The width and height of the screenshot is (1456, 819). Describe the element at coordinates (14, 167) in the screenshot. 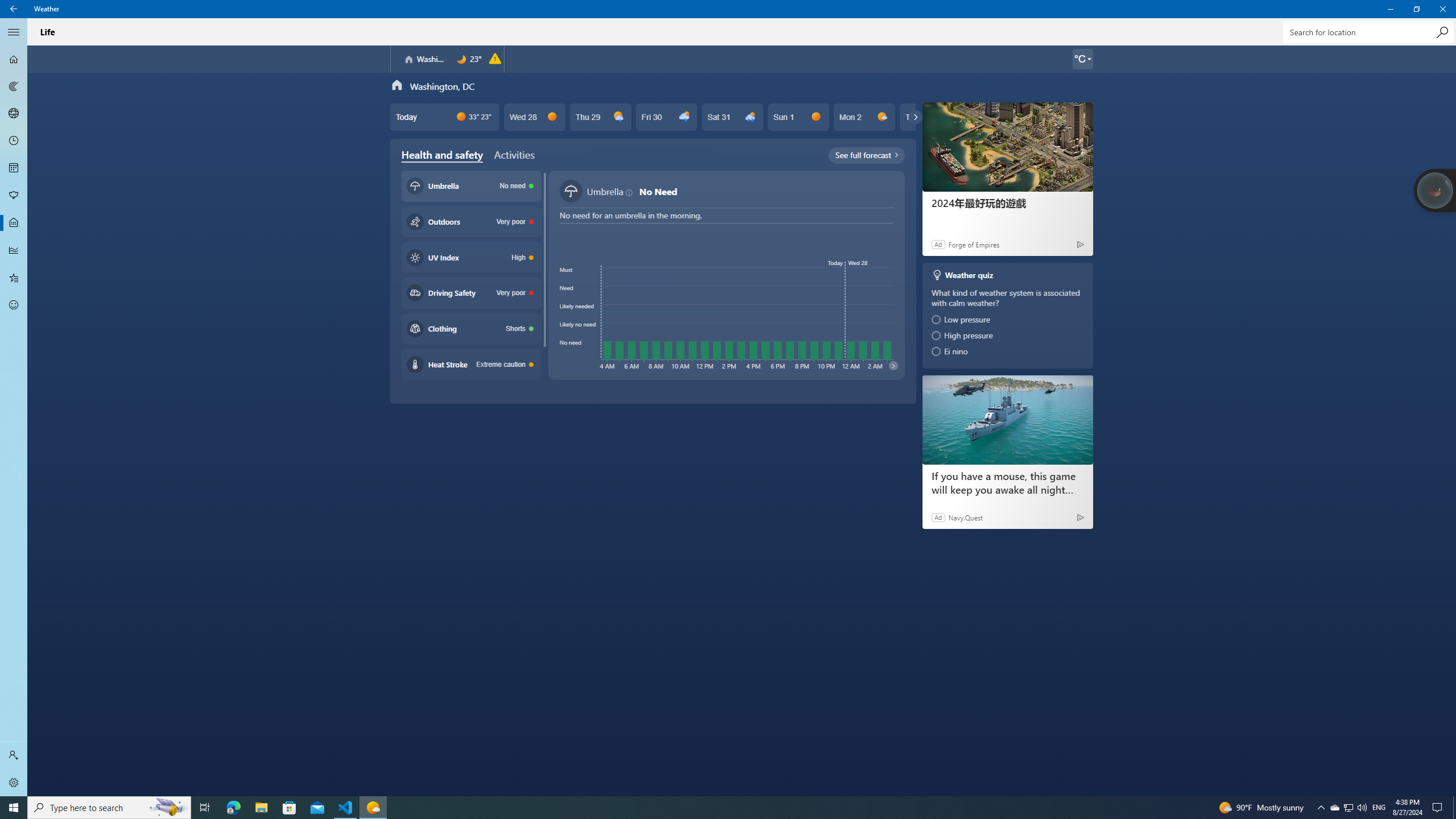

I see `'Monthly Forecast - Not Selected'` at that location.